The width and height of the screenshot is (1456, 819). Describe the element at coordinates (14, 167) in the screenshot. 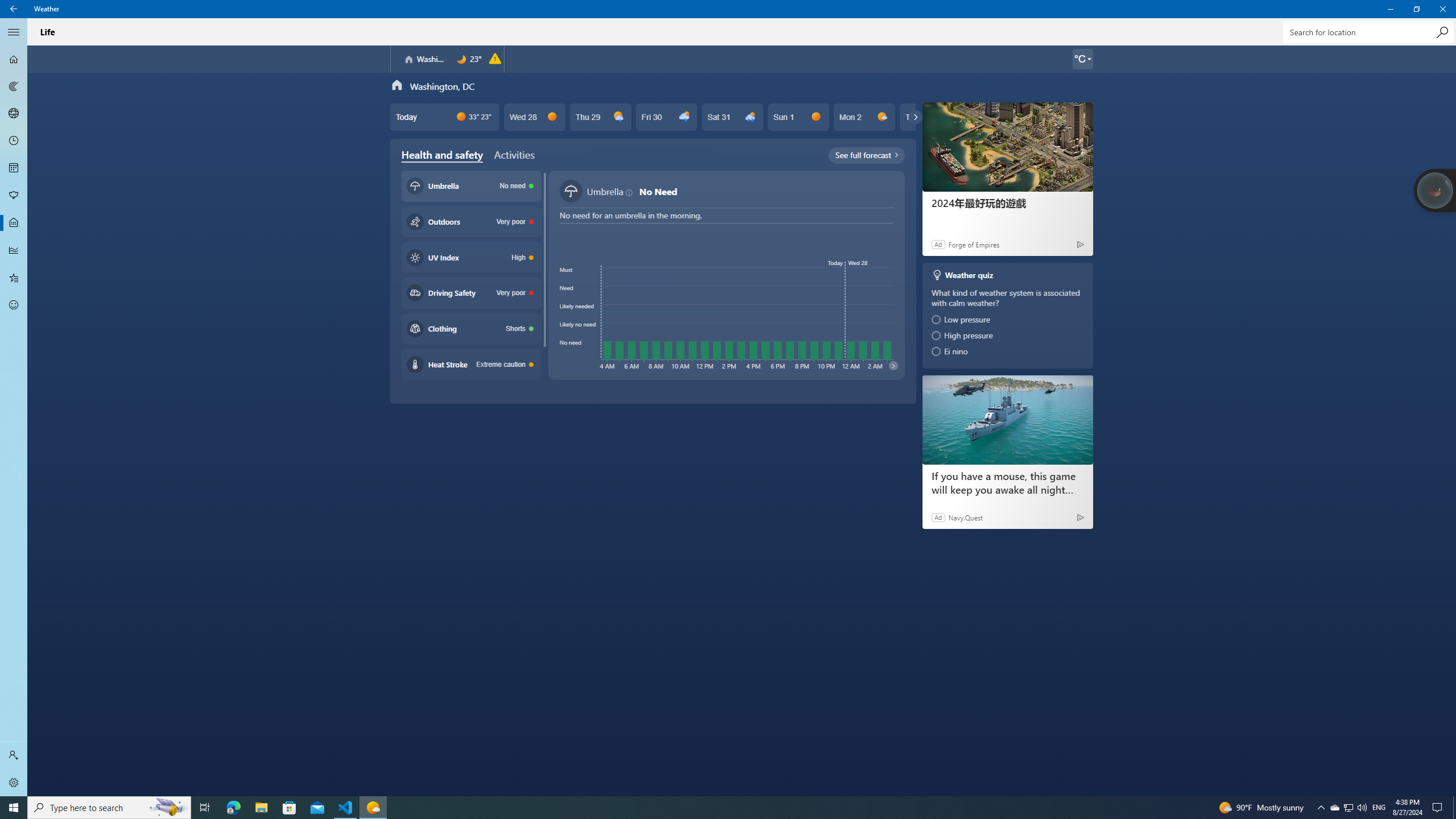

I see `'Monthly Forecast - Not Selected'` at that location.